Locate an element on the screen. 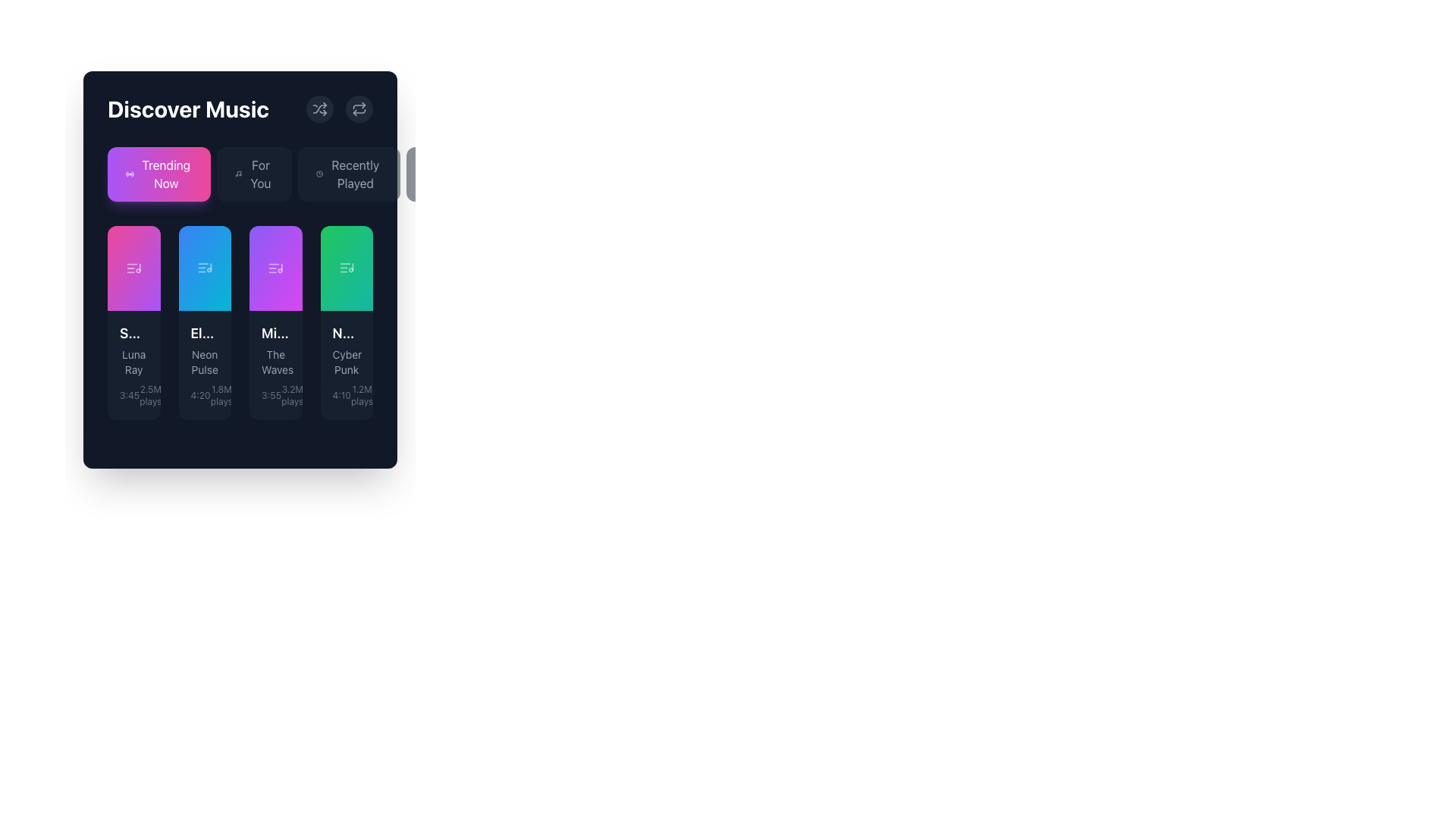 This screenshot has width=1456, height=819. the static text element displaying '2.5M plays', which is positioned below the music track's title and artist name in the bottom-left card of the music grid is located at coordinates (150, 394).